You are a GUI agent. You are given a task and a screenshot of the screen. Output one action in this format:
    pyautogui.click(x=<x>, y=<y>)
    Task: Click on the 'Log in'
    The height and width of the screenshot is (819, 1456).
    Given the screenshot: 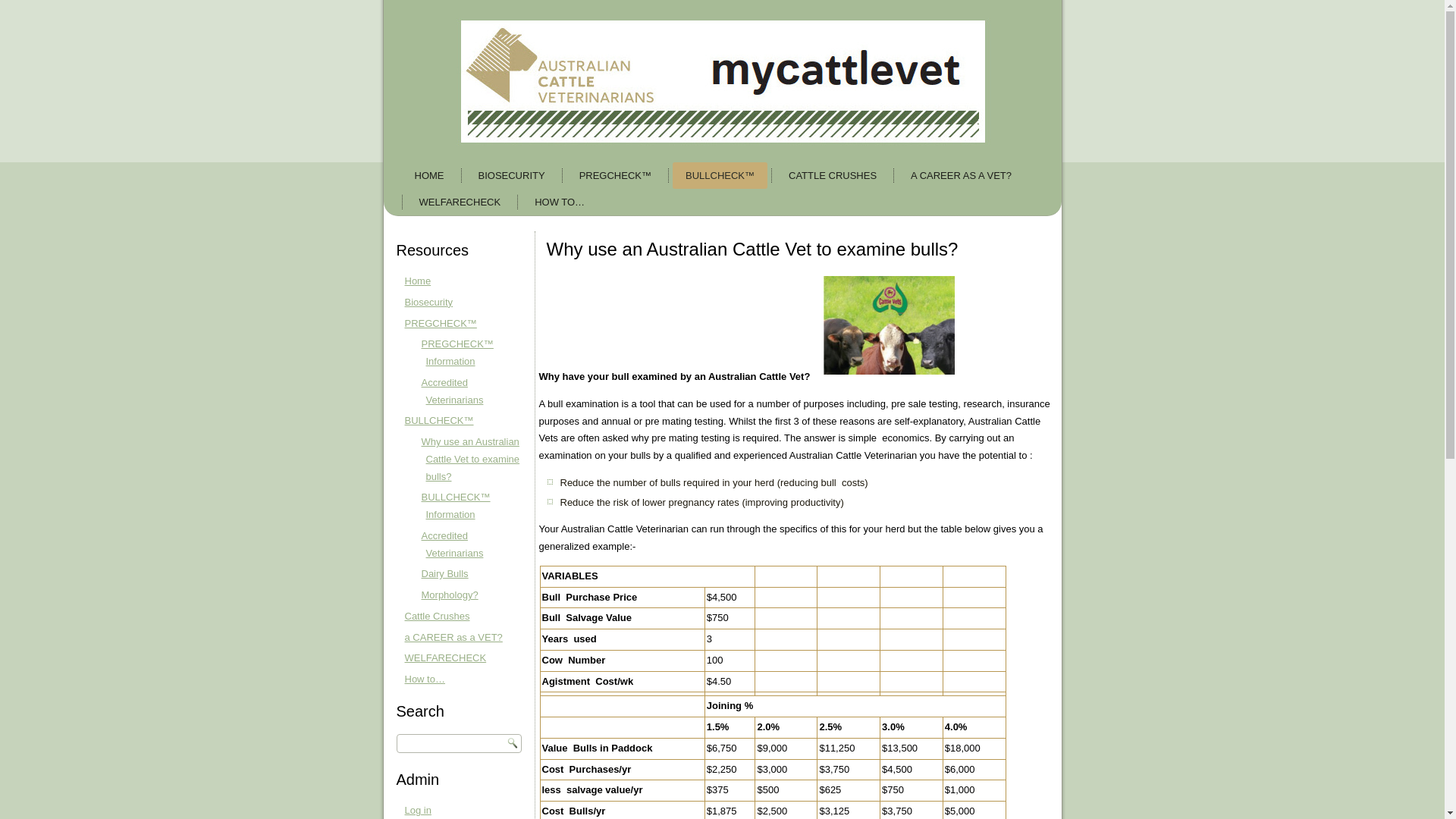 What is the action you would take?
    pyautogui.click(x=418, y=809)
    